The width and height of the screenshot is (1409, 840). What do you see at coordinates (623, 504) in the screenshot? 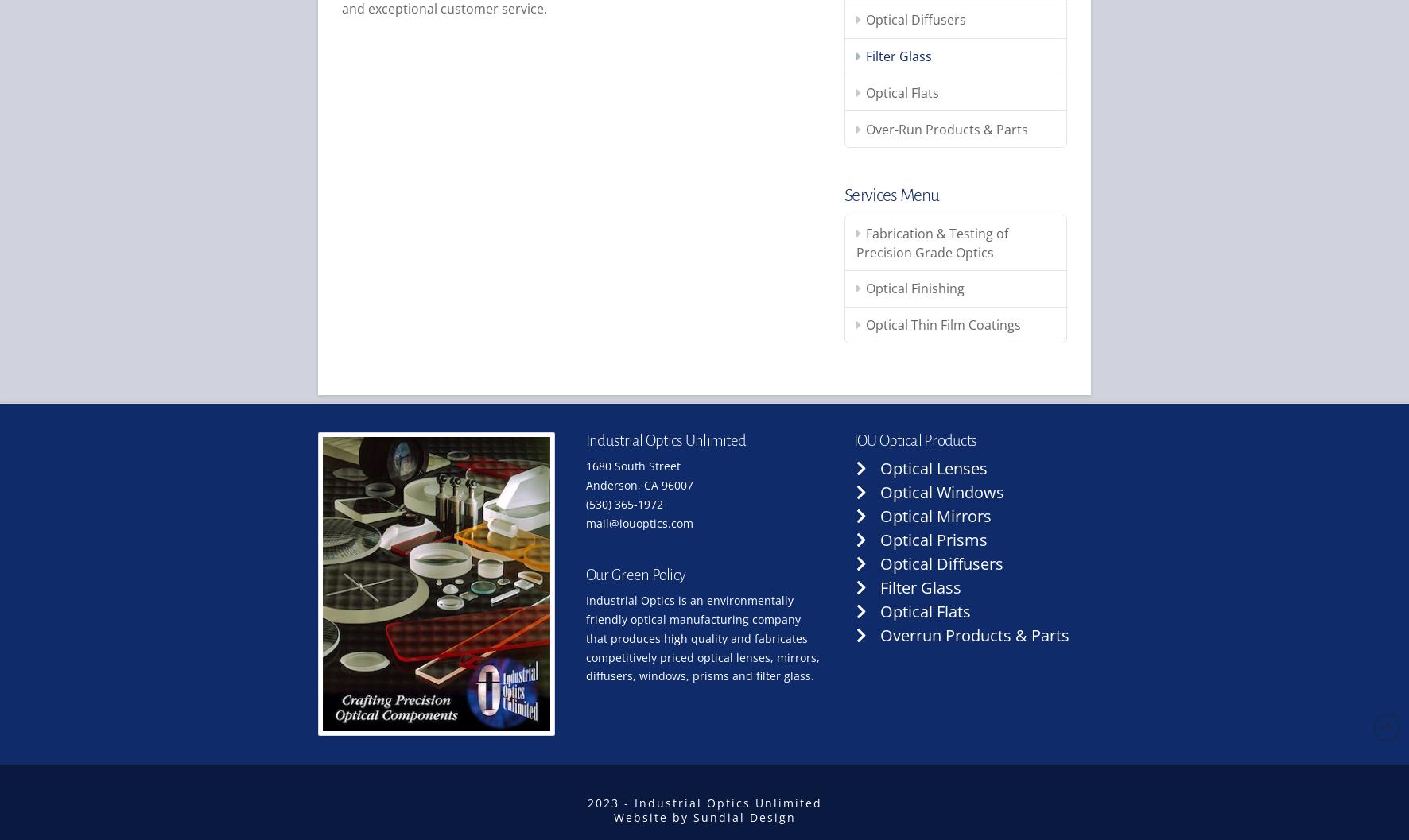
I see `'(530) 365-1972'` at bounding box center [623, 504].